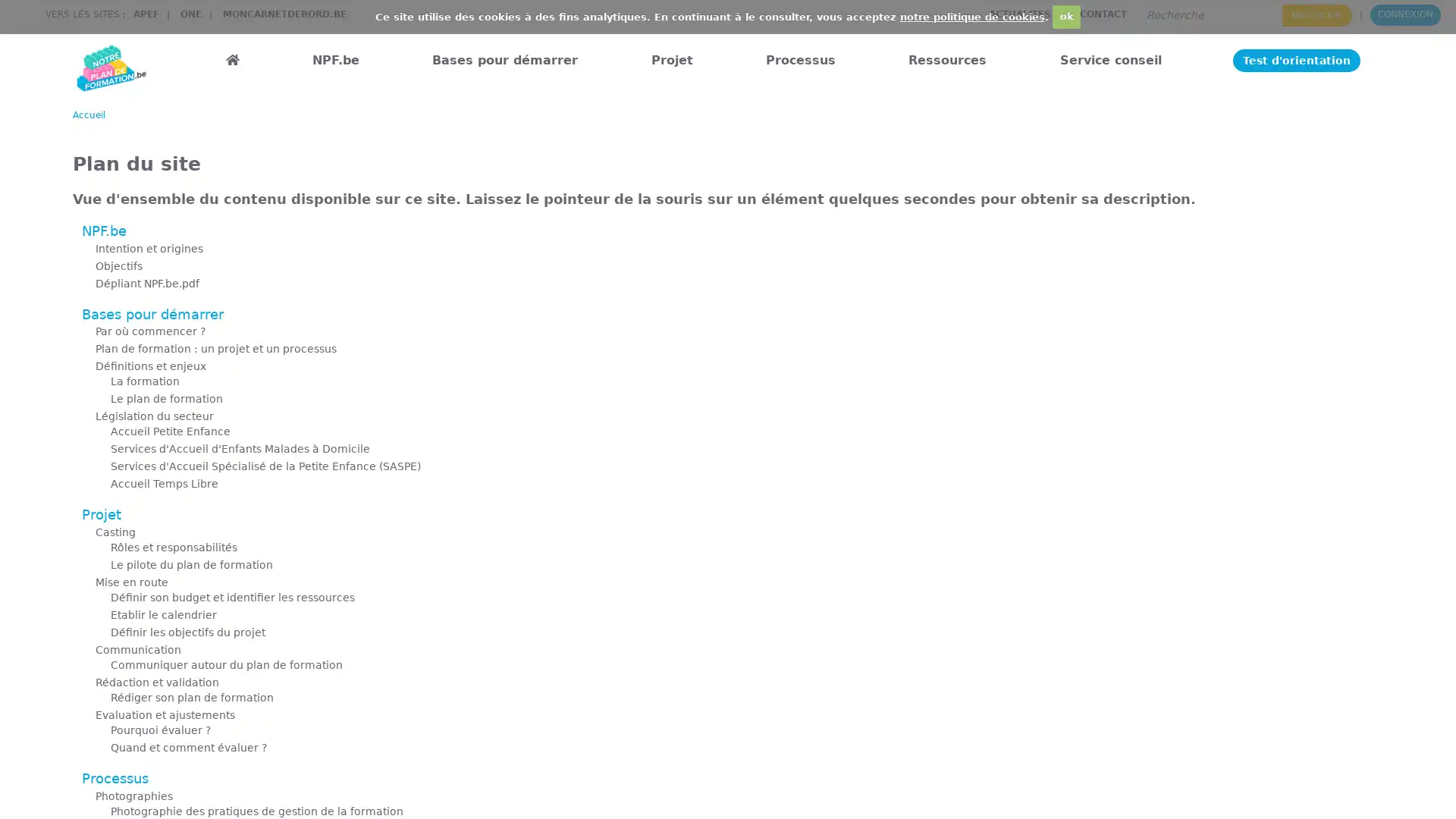  What do you see at coordinates (1316, 14) in the screenshot?
I see `Rechercher` at bounding box center [1316, 14].